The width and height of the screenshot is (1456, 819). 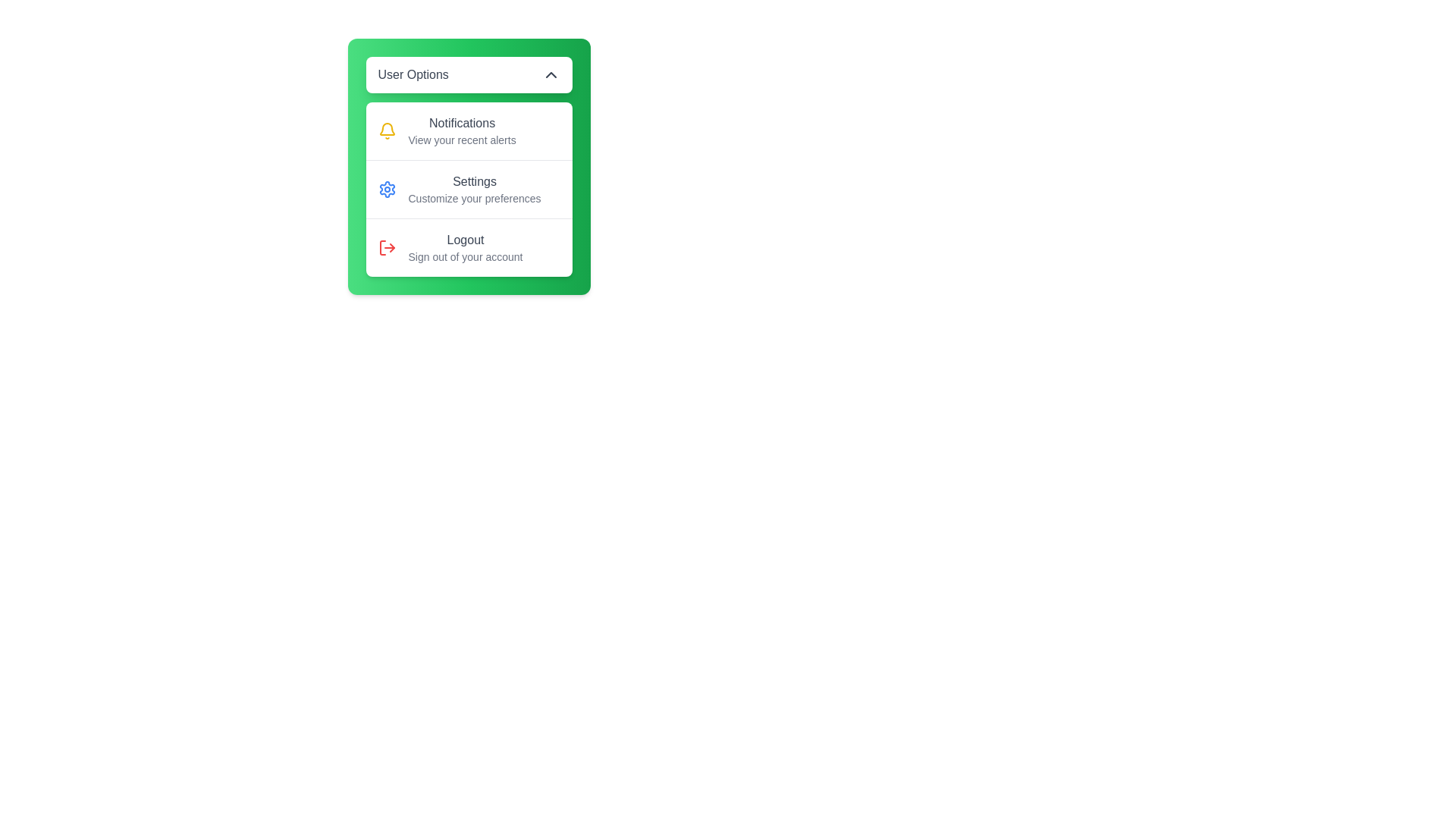 I want to click on the Text label for settings, which is the second entry, so click(x=473, y=189).